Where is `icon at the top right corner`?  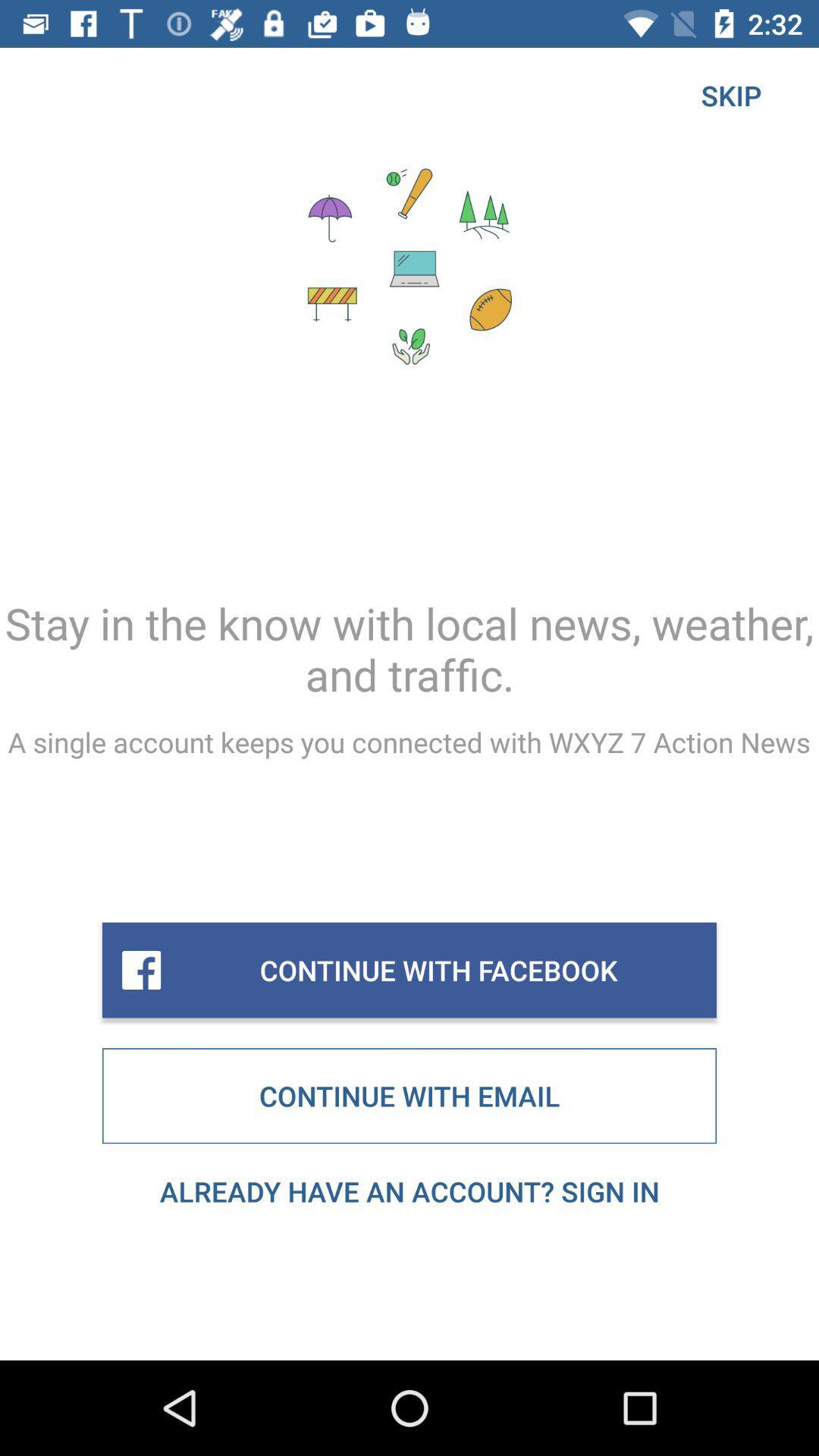
icon at the top right corner is located at coordinates (730, 94).